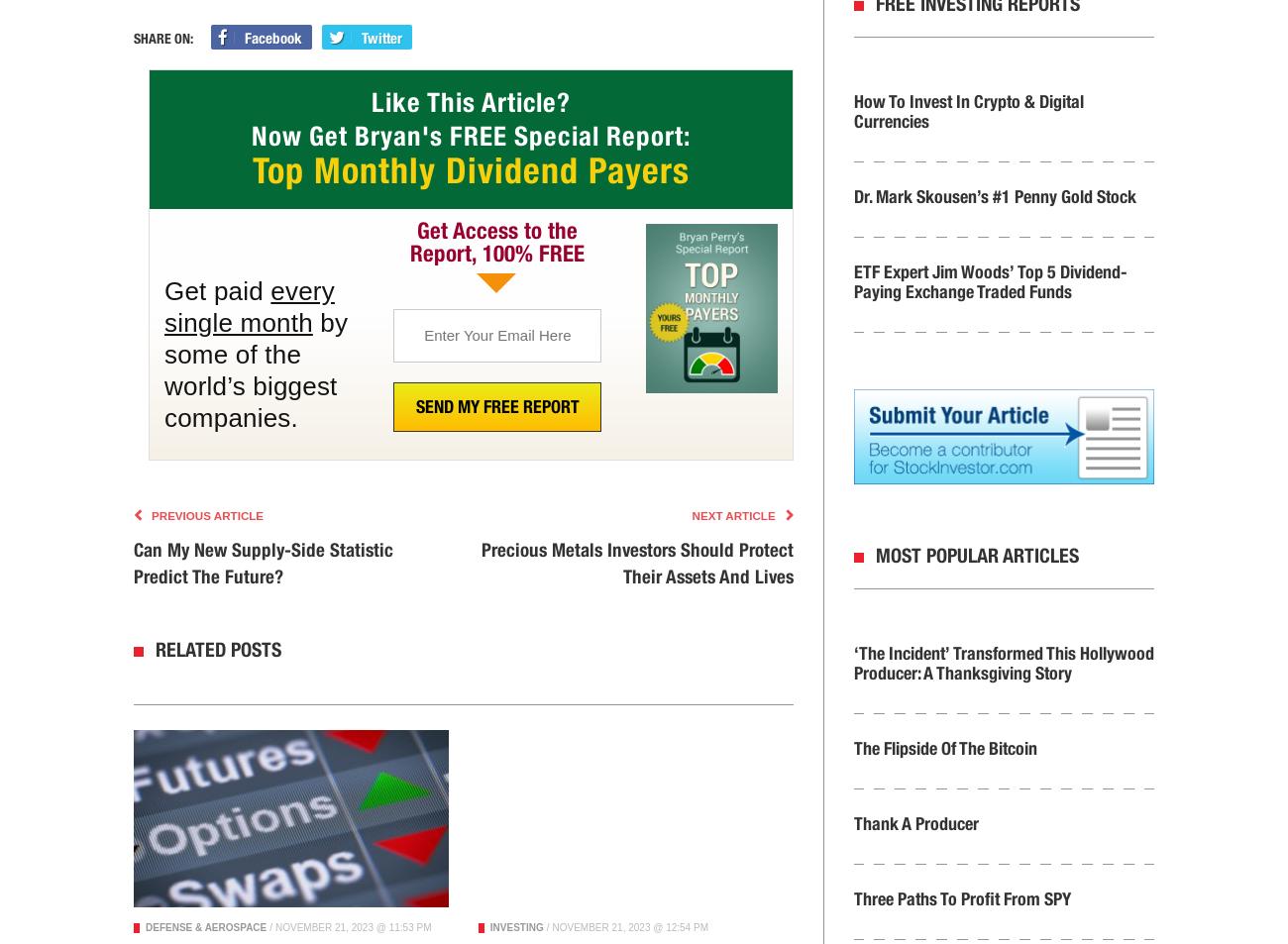 Image resolution: width=1288 pixels, height=944 pixels. I want to click on 'Three Paths to Profit from SPY', so click(852, 898).